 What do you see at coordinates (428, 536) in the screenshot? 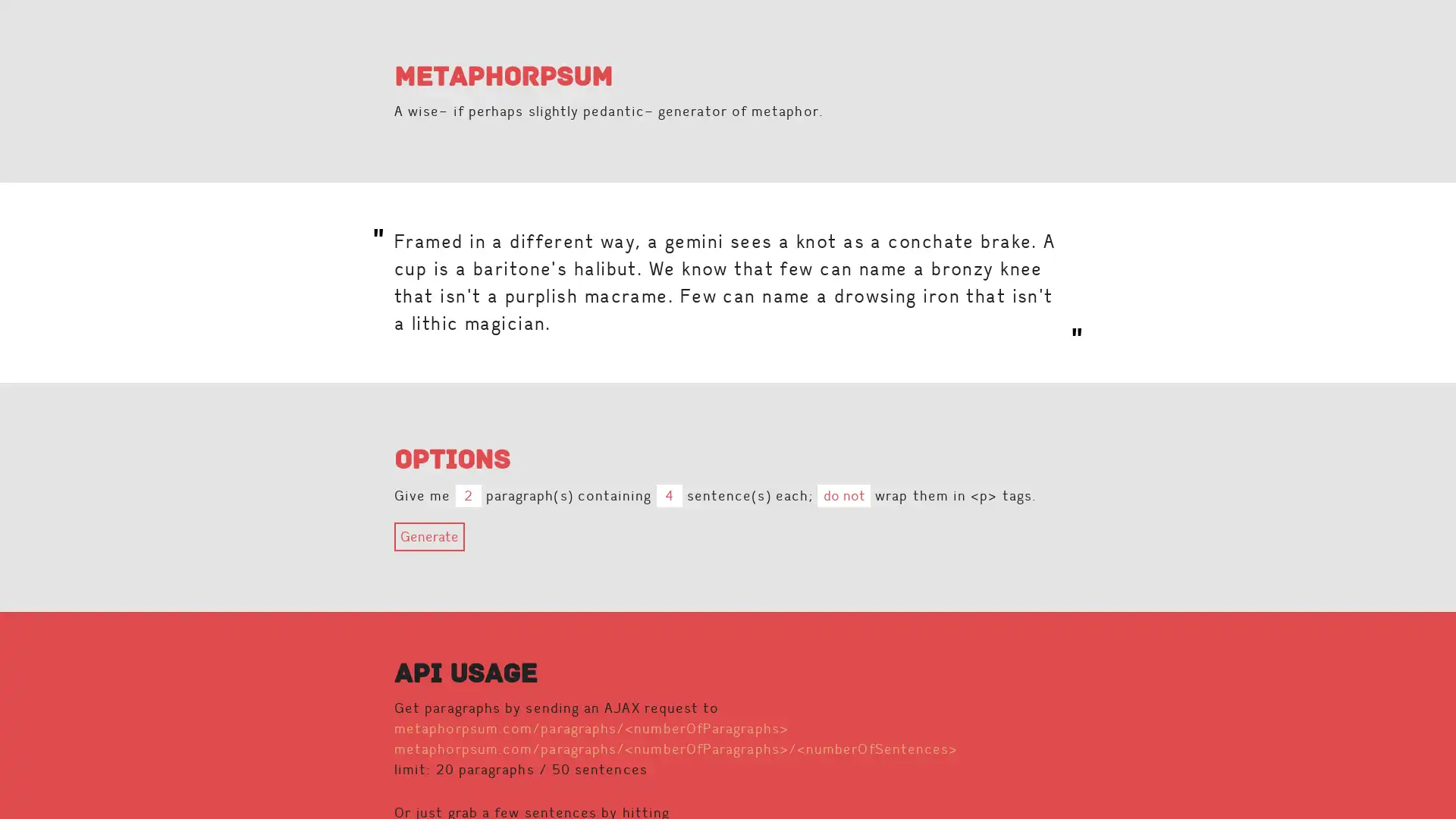
I see `Generate` at bounding box center [428, 536].